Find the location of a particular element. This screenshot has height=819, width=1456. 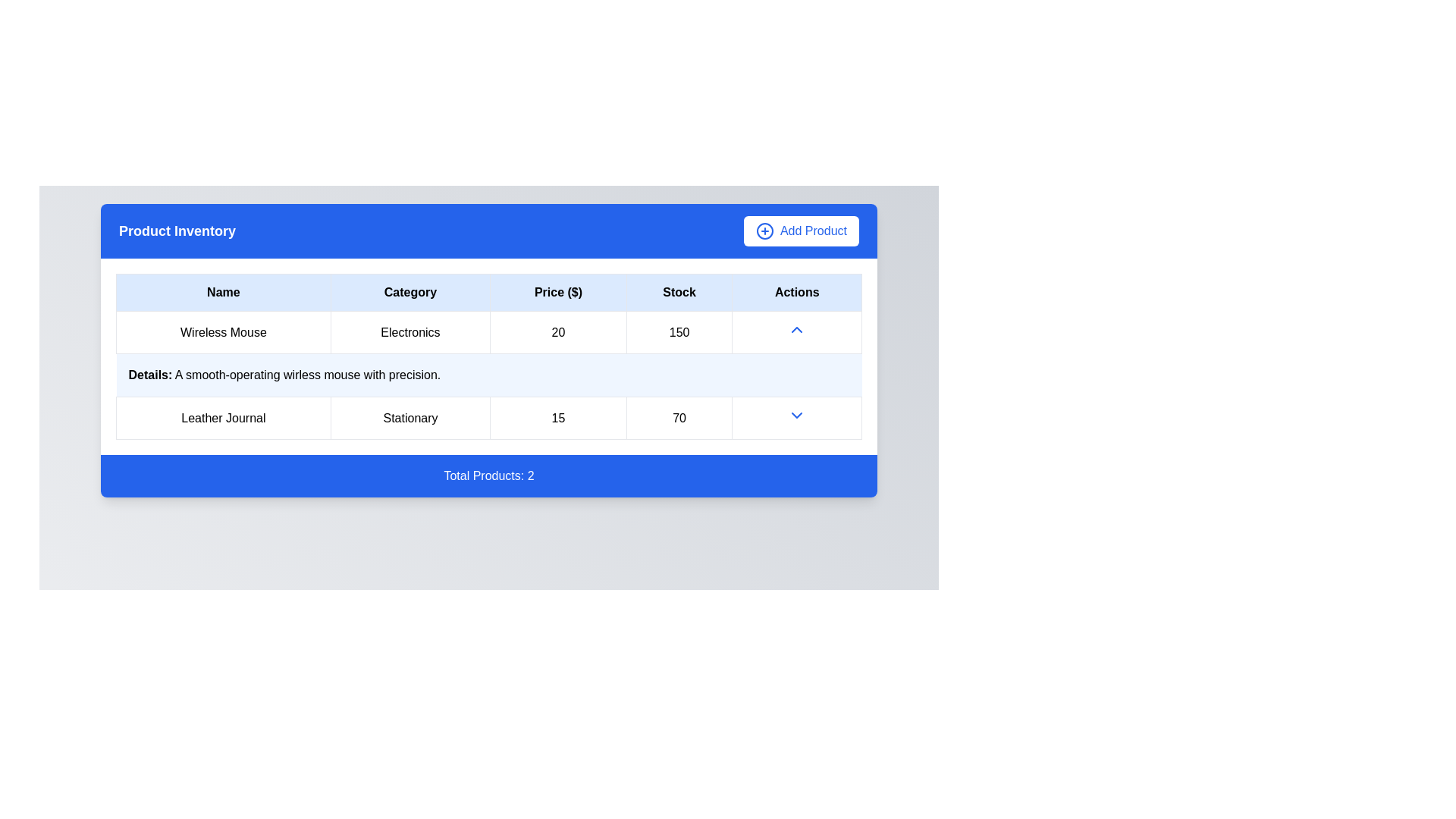

the Text display cell containing the value '150' in the 'Stock' column of the data table is located at coordinates (679, 331).